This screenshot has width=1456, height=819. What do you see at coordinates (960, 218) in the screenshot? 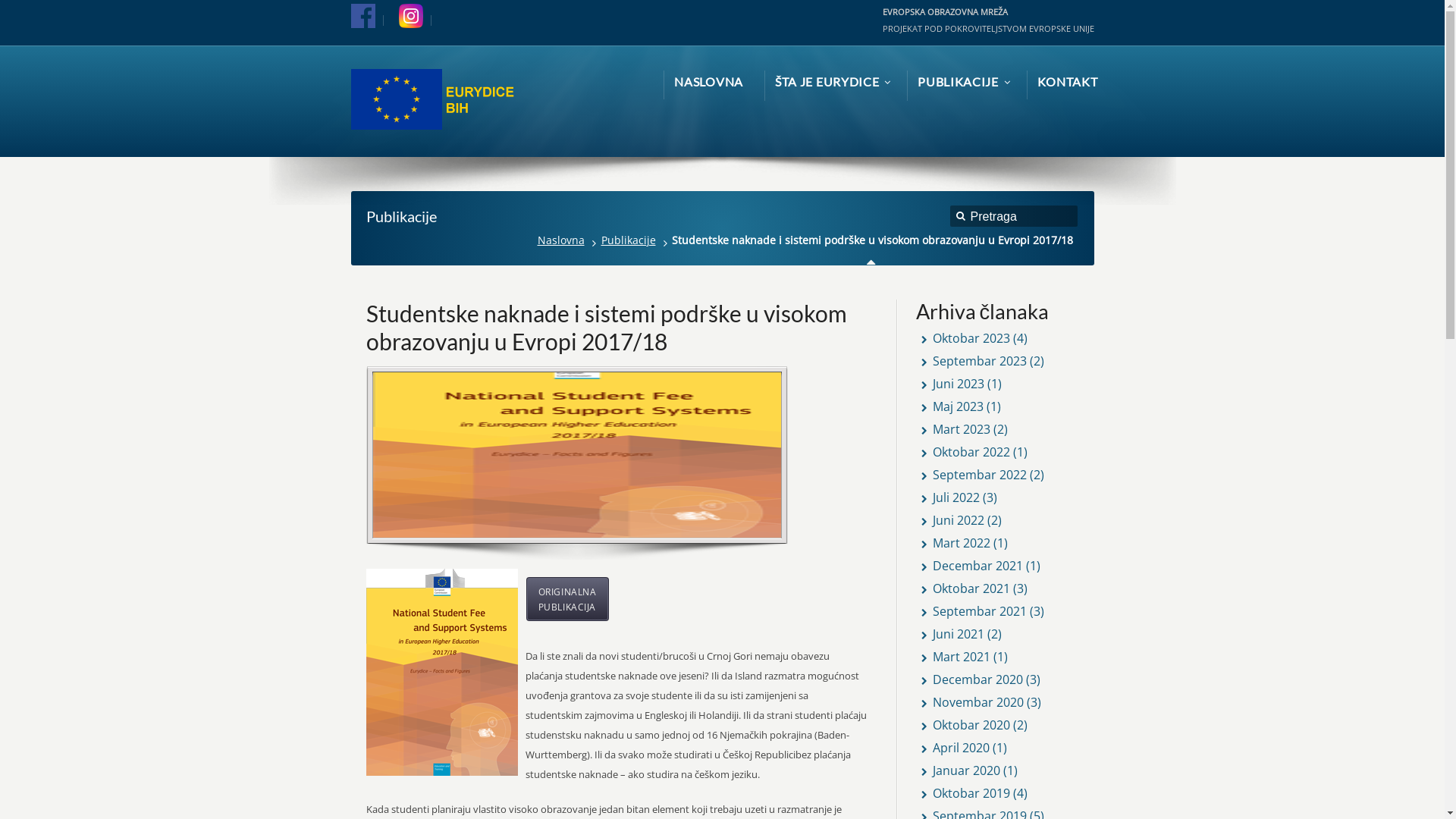
I see `'search'` at bounding box center [960, 218].